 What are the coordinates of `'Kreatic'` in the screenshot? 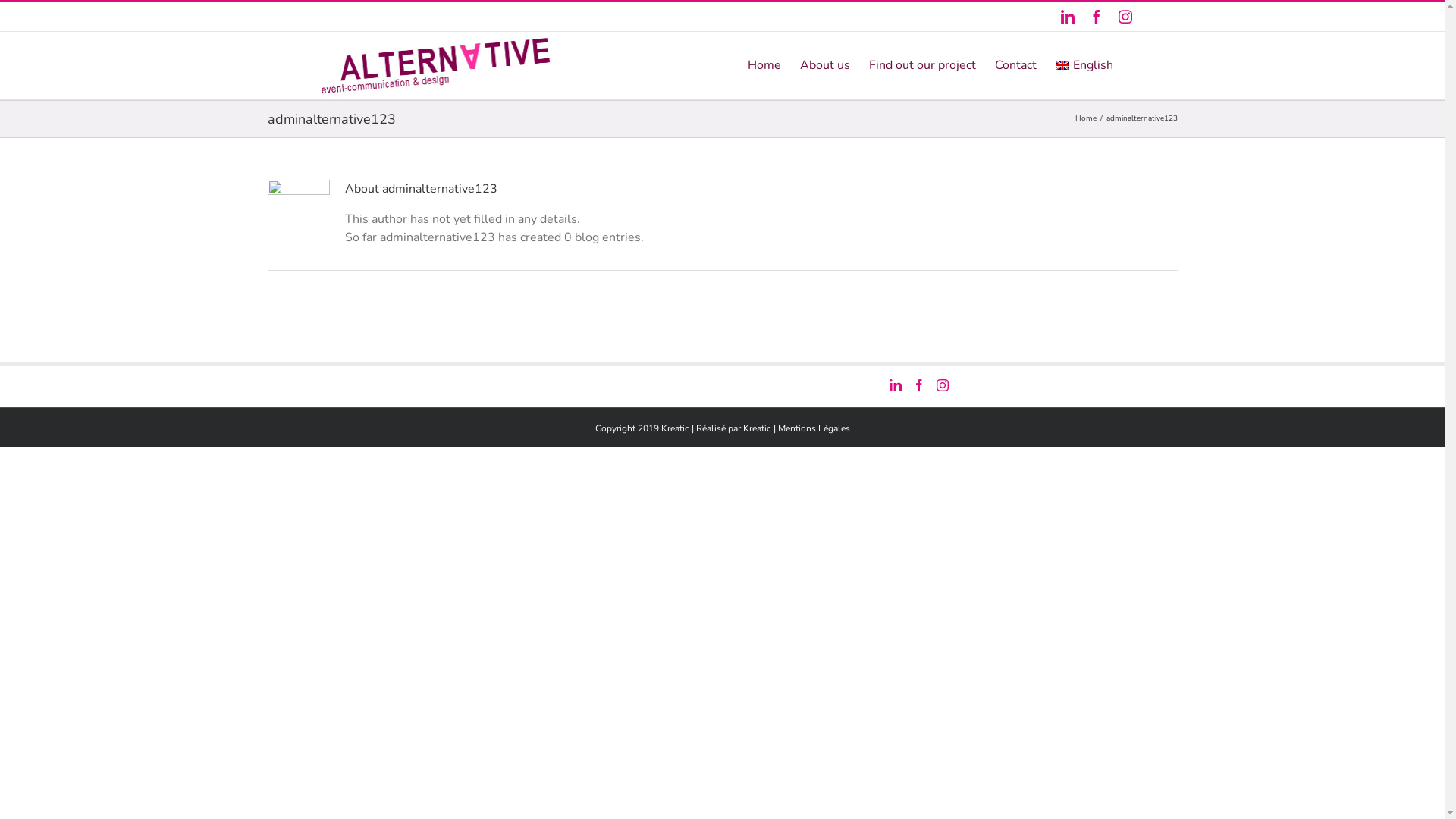 It's located at (757, 427).